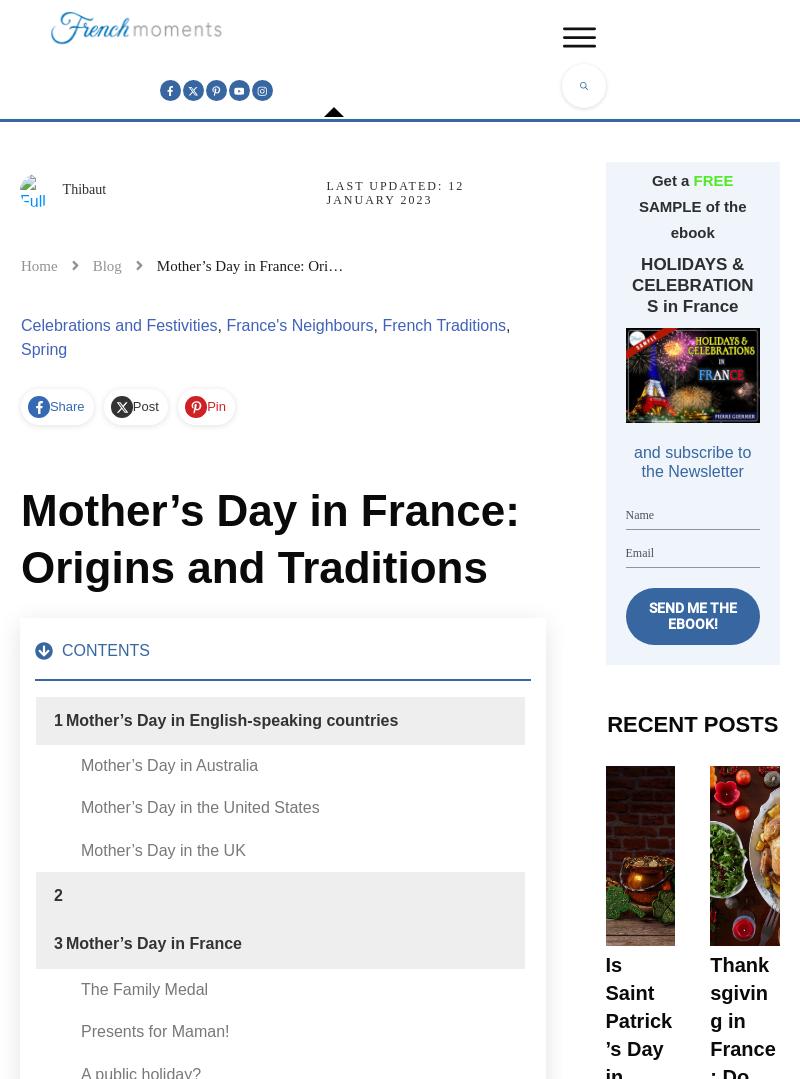 The width and height of the screenshot is (800, 1079). I want to click on 'Celebrations and Festivities', so click(117, 324).